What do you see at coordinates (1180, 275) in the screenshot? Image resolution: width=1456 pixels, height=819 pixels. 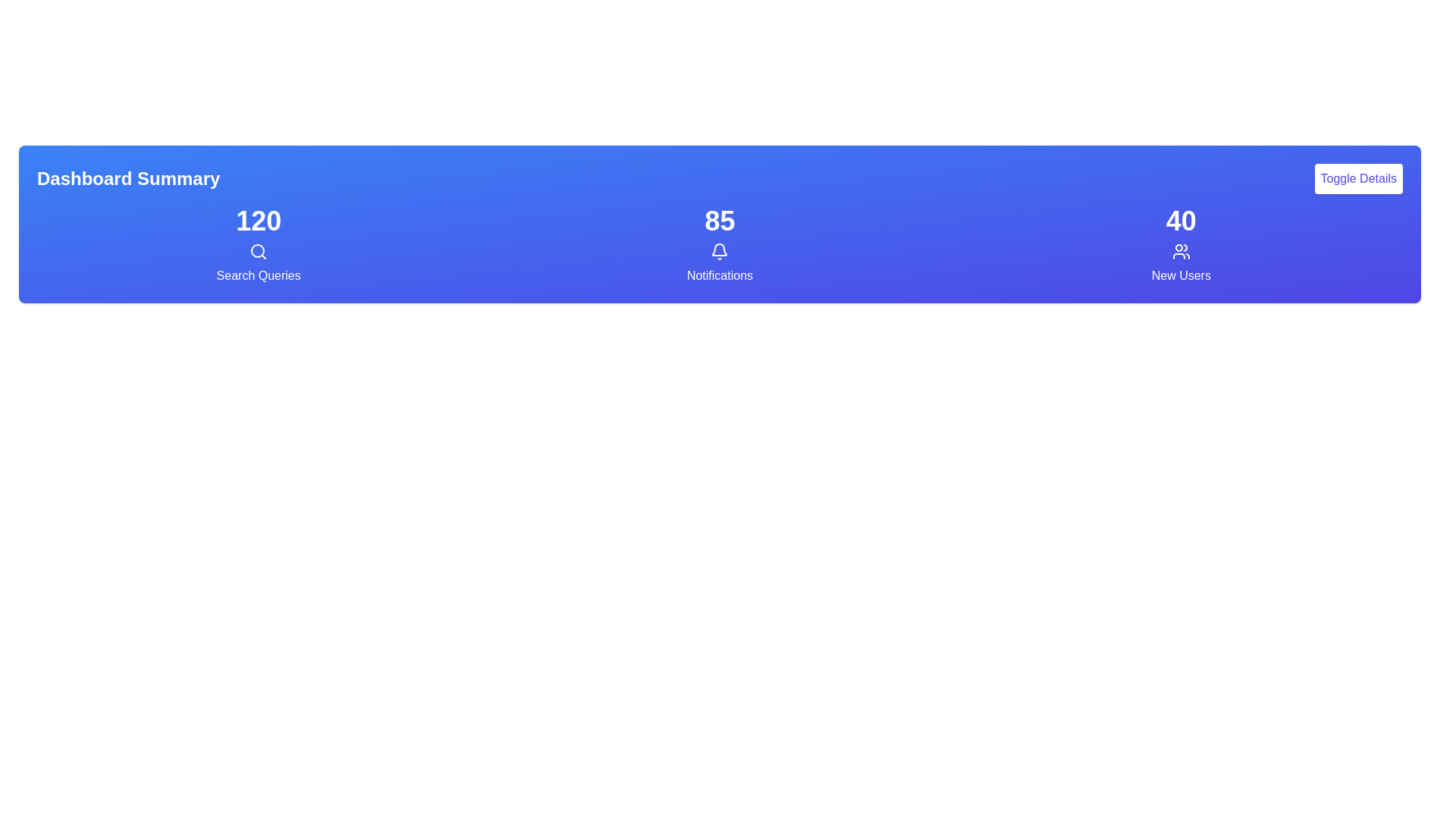 I see `the static text label indicating 'New Users' located centrally within the summary card on the right side of the dashboard, below the number '40'` at bounding box center [1180, 275].